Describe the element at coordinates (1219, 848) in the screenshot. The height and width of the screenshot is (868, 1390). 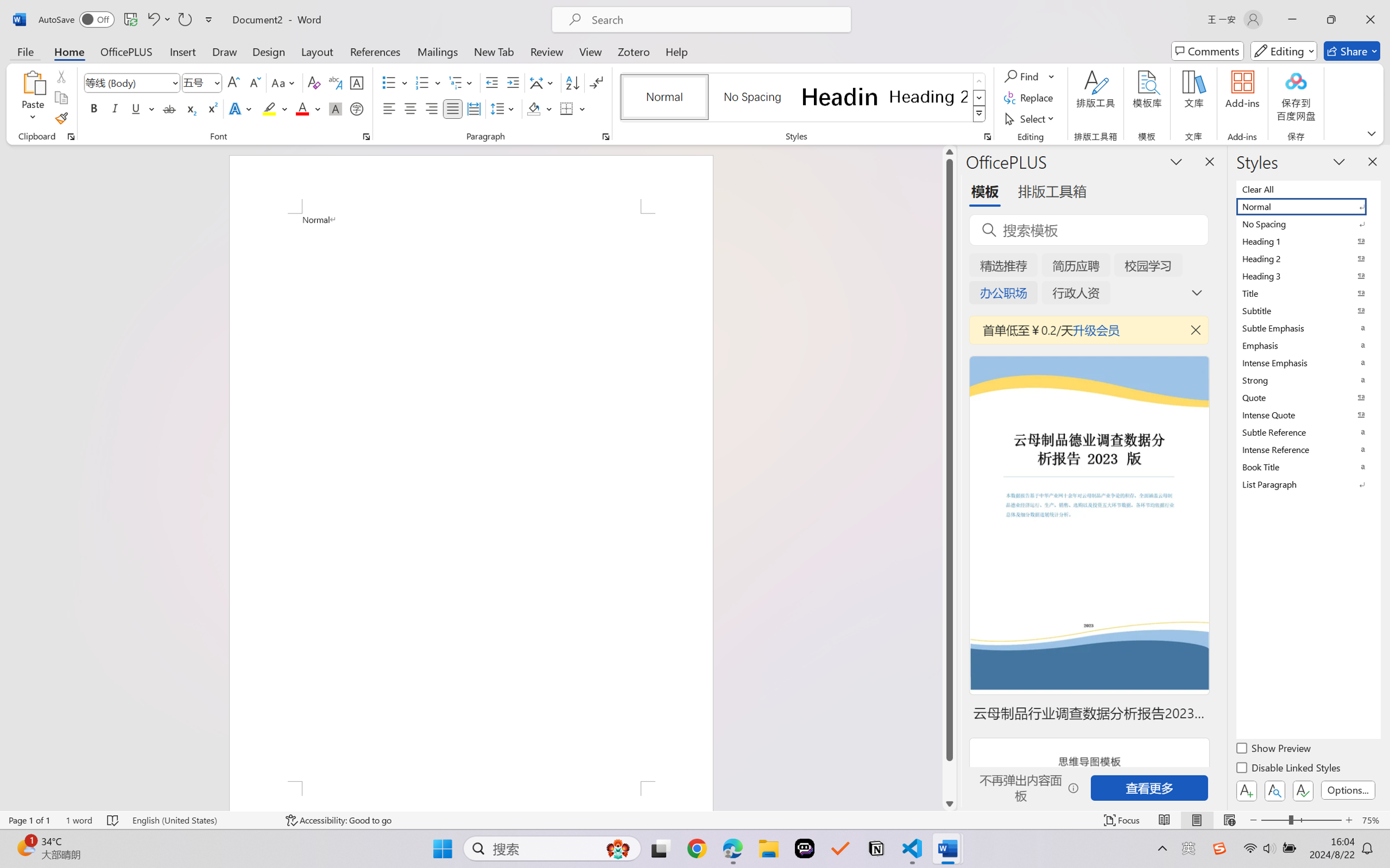
I see `'Class: Image'` at that location.